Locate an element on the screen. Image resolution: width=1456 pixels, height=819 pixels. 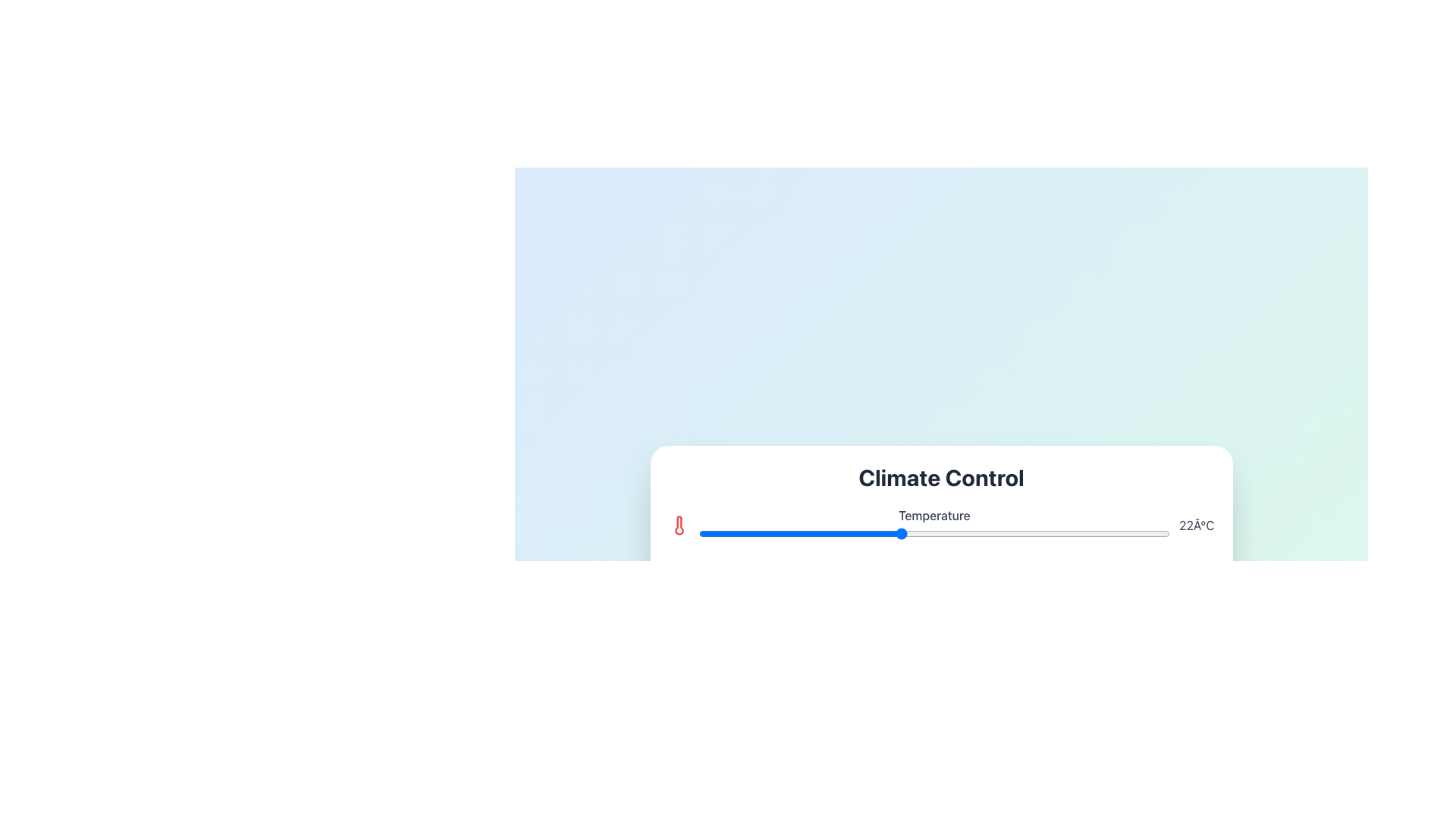
temperature is located at coordinates (732, 533).